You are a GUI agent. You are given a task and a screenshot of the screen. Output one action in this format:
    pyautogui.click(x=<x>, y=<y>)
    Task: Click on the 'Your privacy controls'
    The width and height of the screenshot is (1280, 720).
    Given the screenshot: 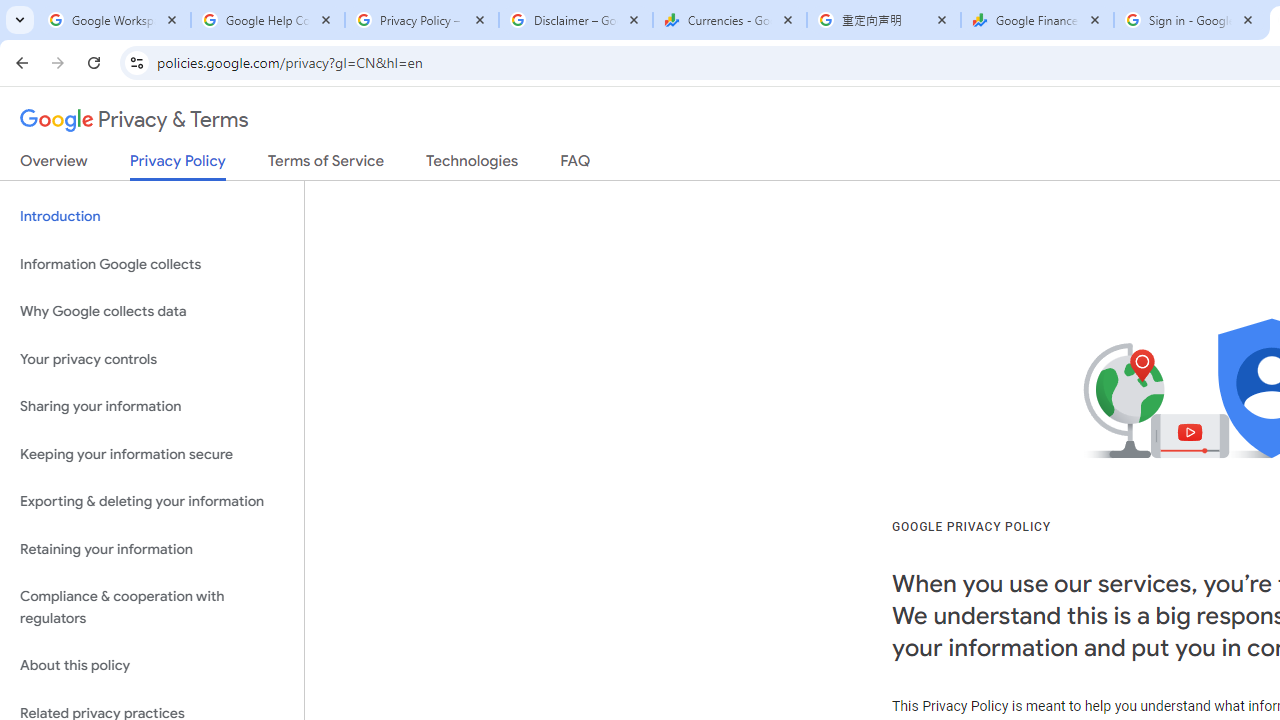 What is the action you would take?
    pyautogui.click(x=151, y=358)
    